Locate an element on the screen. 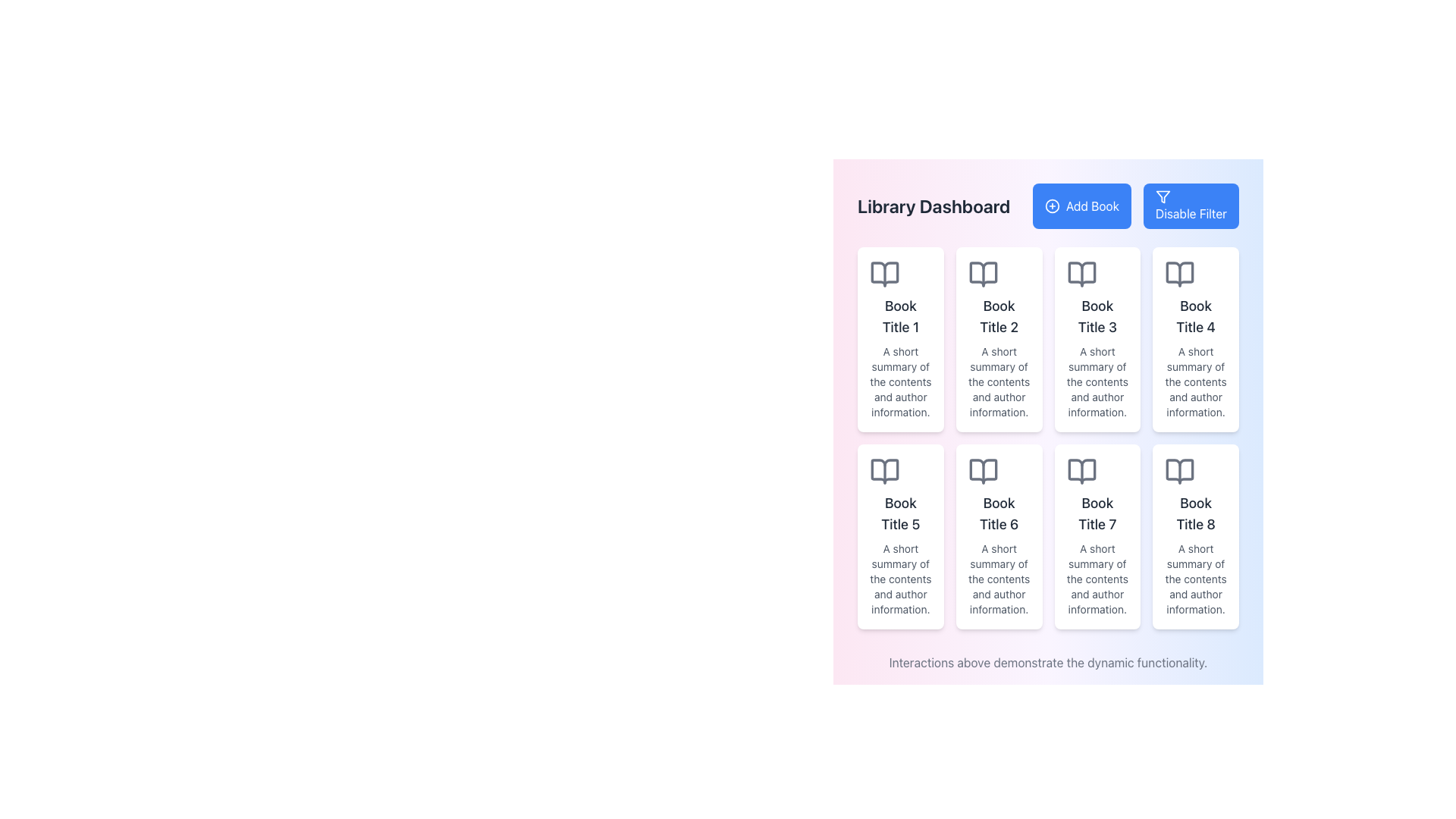 The height and width of the screenshot is (819, 1456). the book icon representing 'Book Title 7' located in the third row and third column of the card-like interface is located at coordinates (1081, 470).